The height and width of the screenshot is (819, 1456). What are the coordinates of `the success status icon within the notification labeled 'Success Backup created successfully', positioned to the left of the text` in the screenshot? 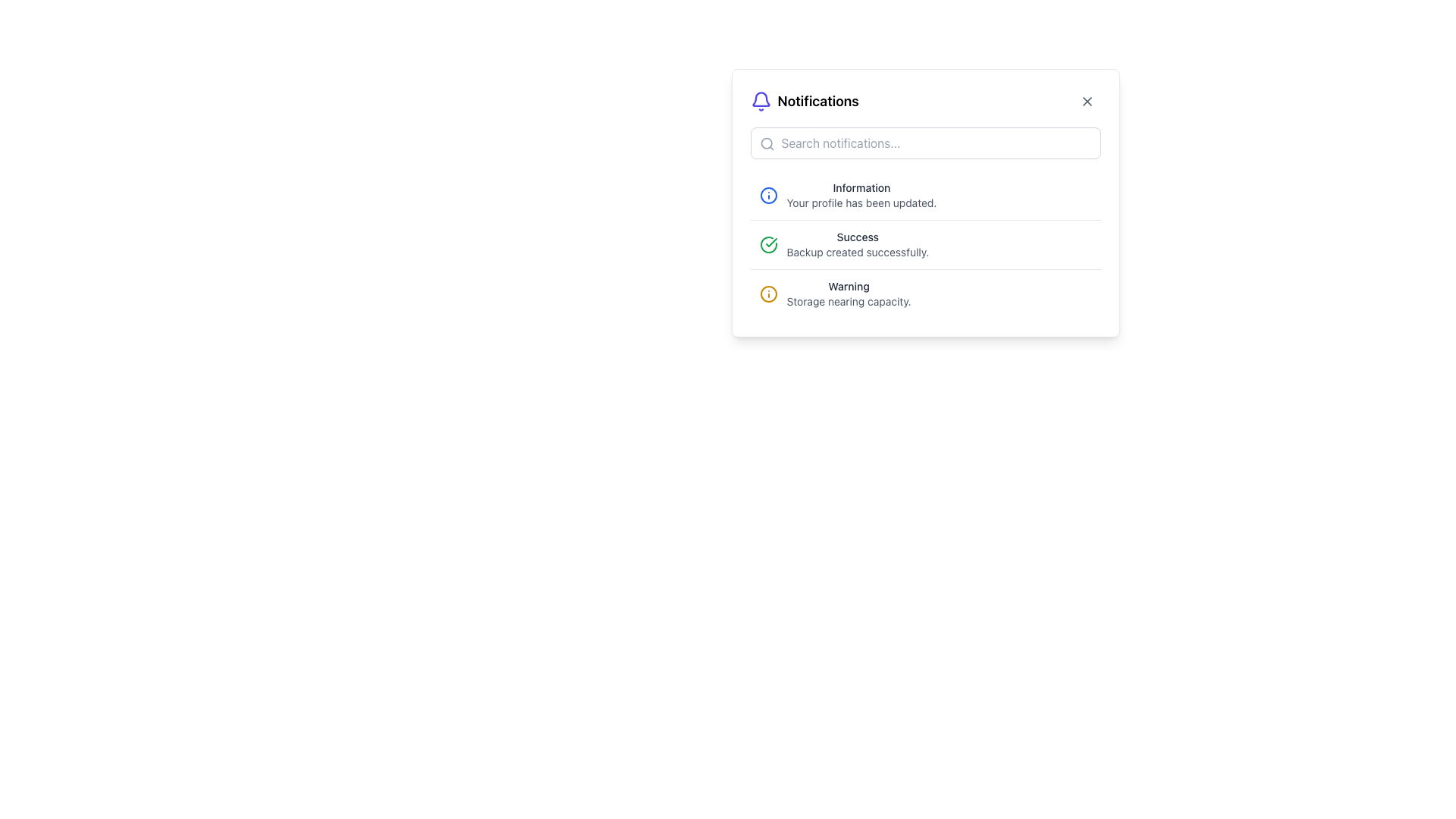 It's located at (768, 244).